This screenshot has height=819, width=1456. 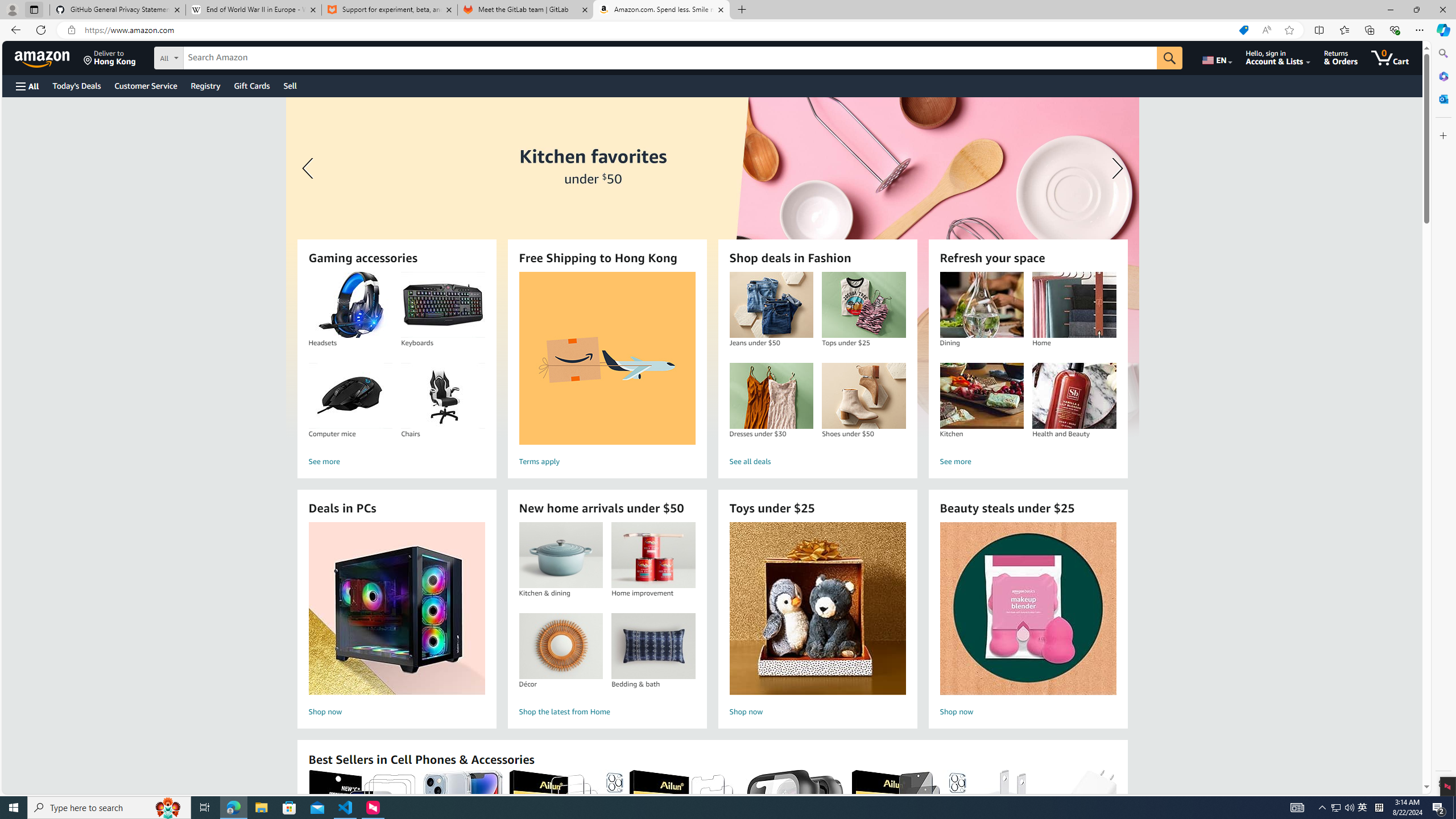 I want to click on 'Kitchen', so click(x=981, y=396).